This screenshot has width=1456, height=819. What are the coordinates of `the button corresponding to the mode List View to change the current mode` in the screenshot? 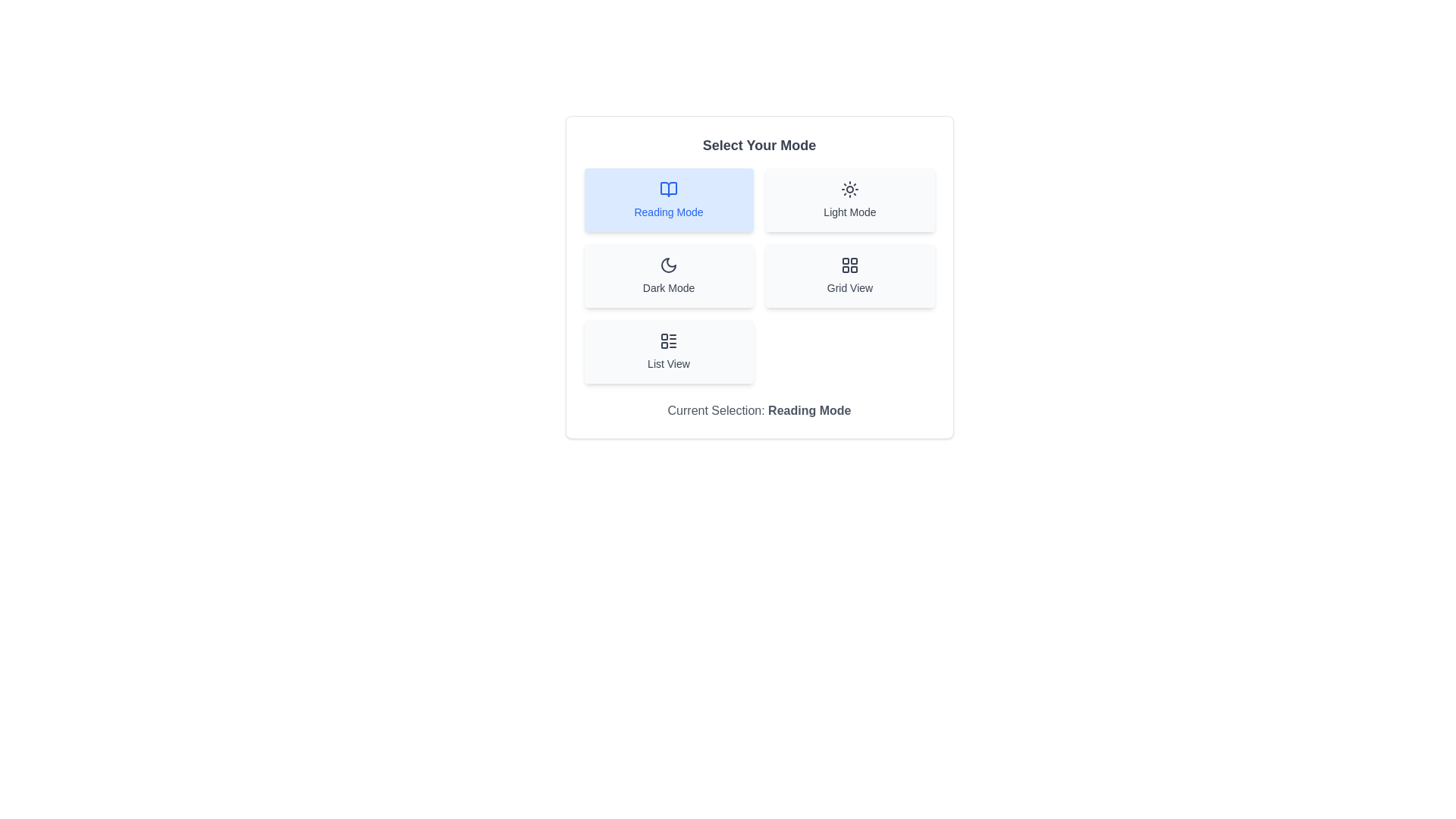 It's located at (668, 351).